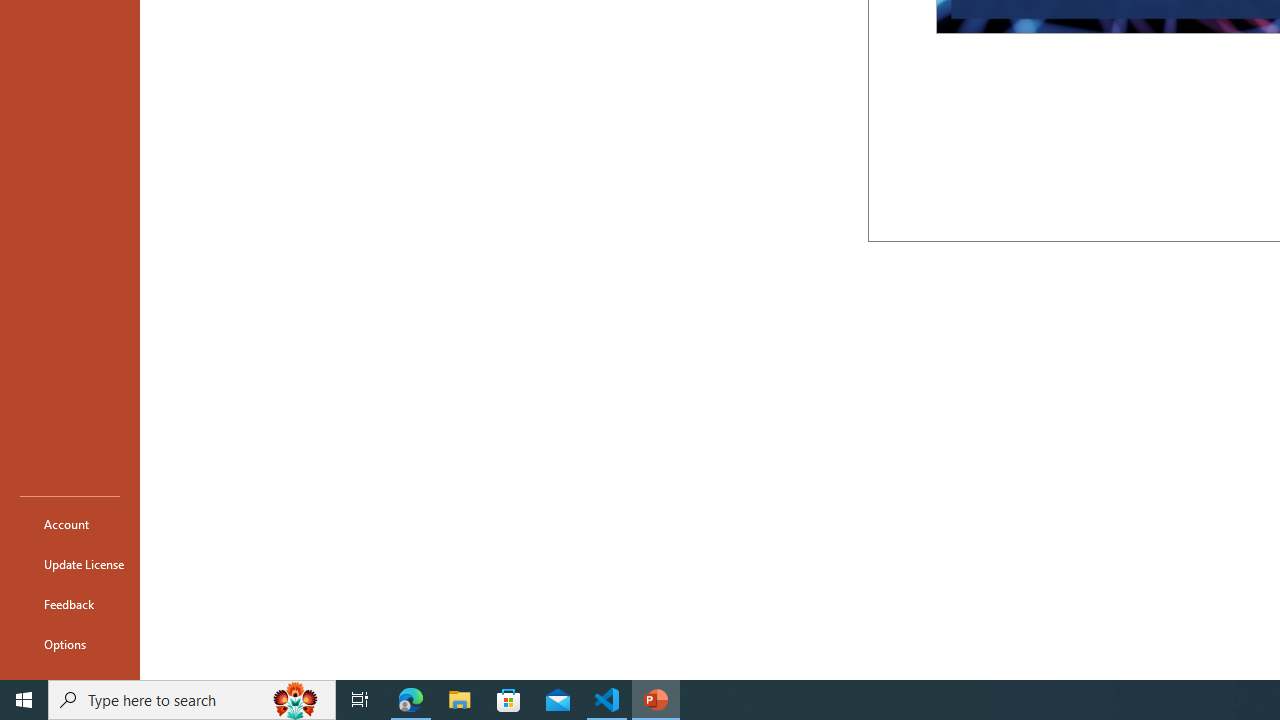 The width and height of the screenshot is (1280, 720). Describe the element at coordinates (69, 564) in the screenshot. I see `'Update License'` at that location.